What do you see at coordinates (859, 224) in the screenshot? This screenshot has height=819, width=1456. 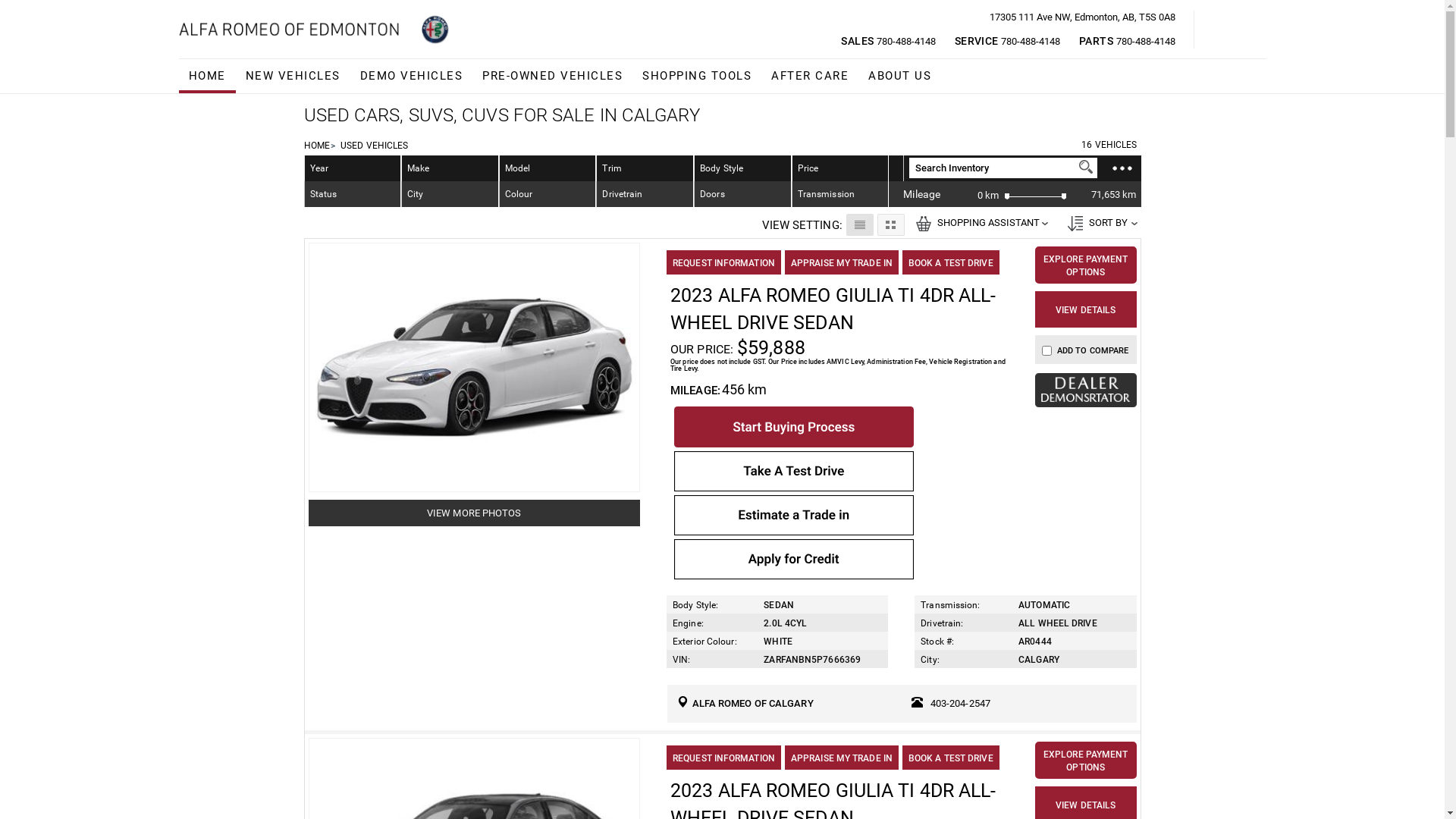 I see `'Listing View'` at bounding box center [859, 224].